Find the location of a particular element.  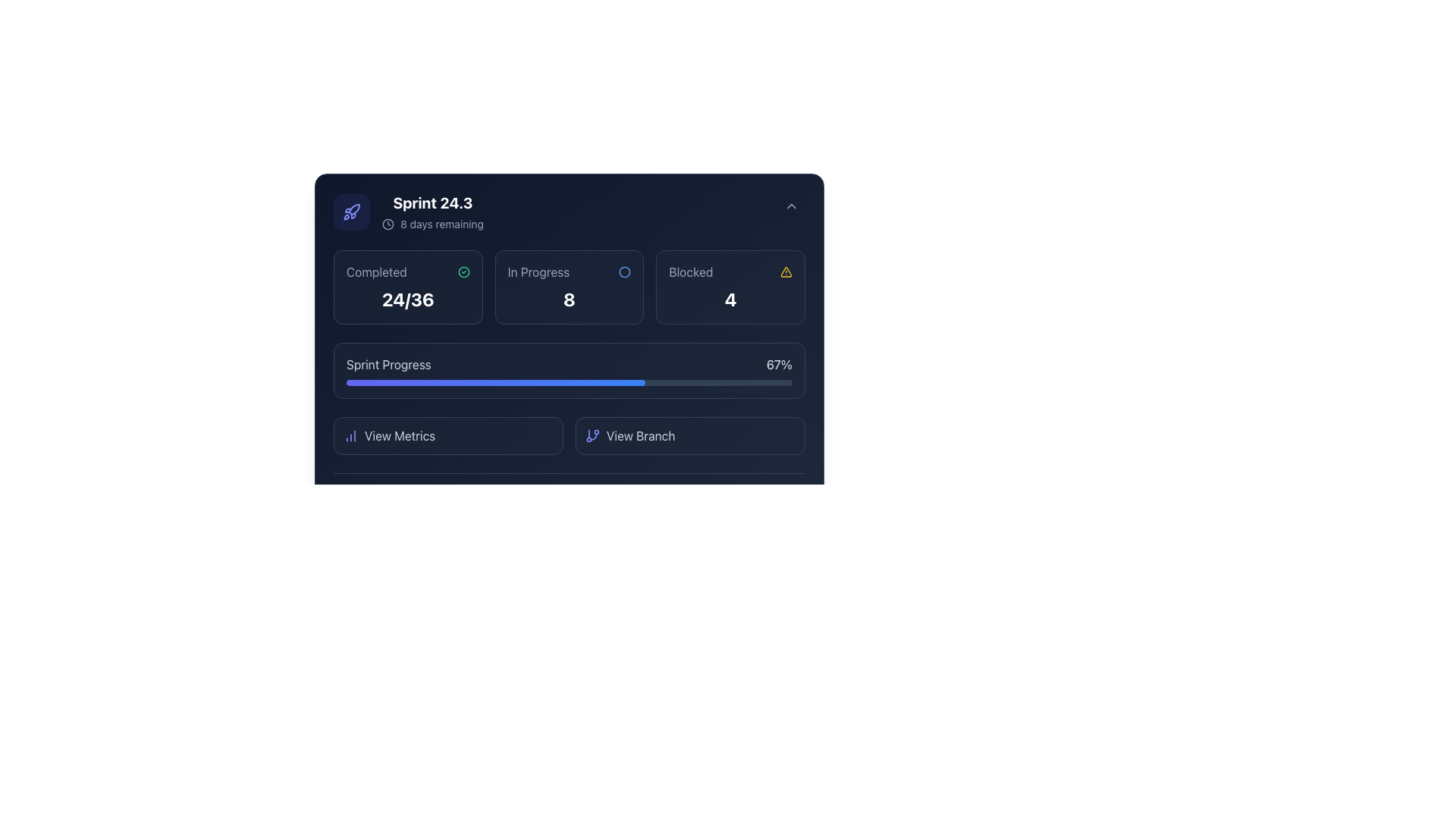

the circular SVG element that represents a clock face, located in the top-left section before the '8 days remaining' text adjacent to 'Sprint 24.3' is located at coordinates (388, 224).